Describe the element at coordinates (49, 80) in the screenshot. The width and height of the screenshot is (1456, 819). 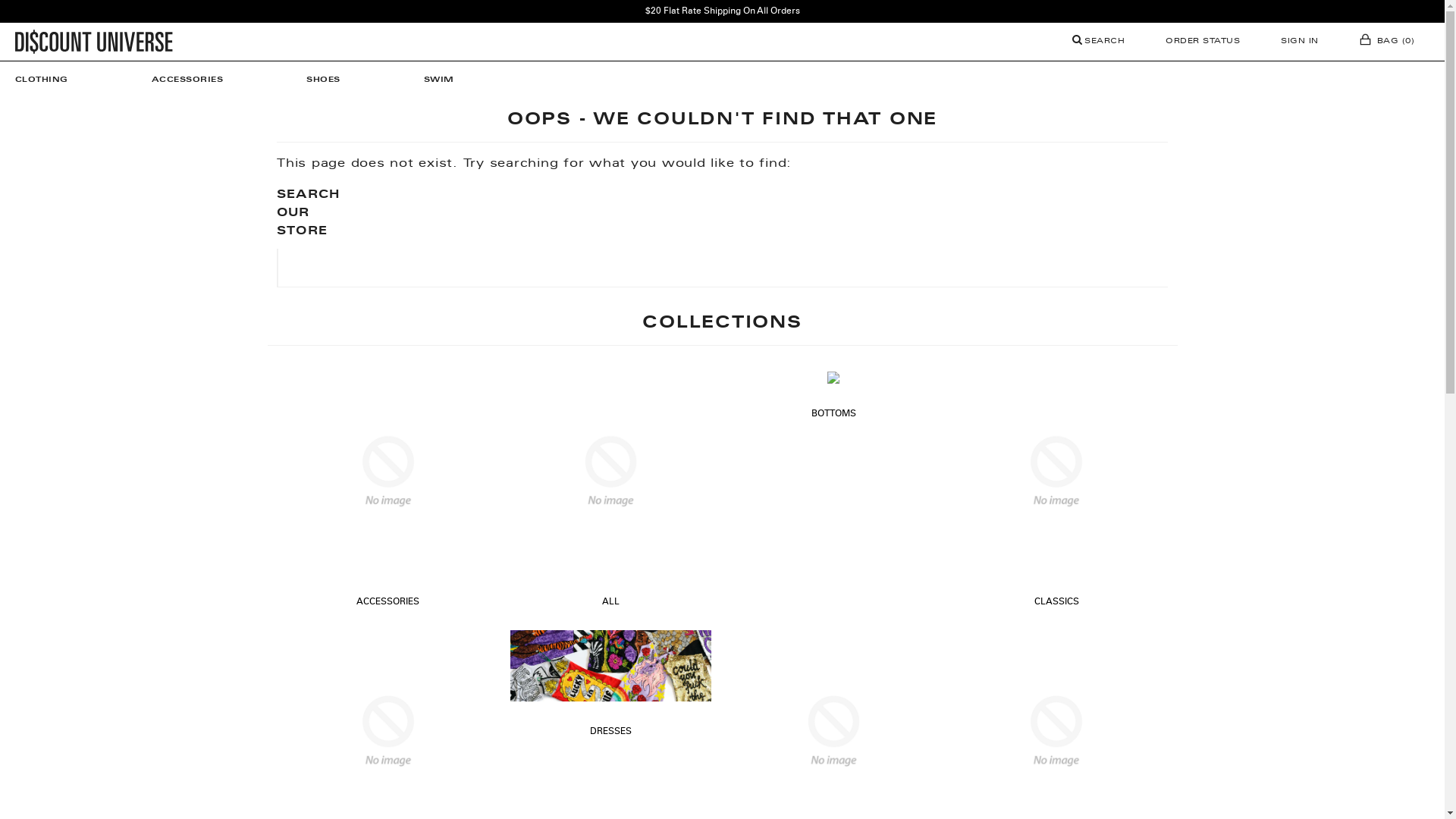
I see `'CLOTHING'` at that location.